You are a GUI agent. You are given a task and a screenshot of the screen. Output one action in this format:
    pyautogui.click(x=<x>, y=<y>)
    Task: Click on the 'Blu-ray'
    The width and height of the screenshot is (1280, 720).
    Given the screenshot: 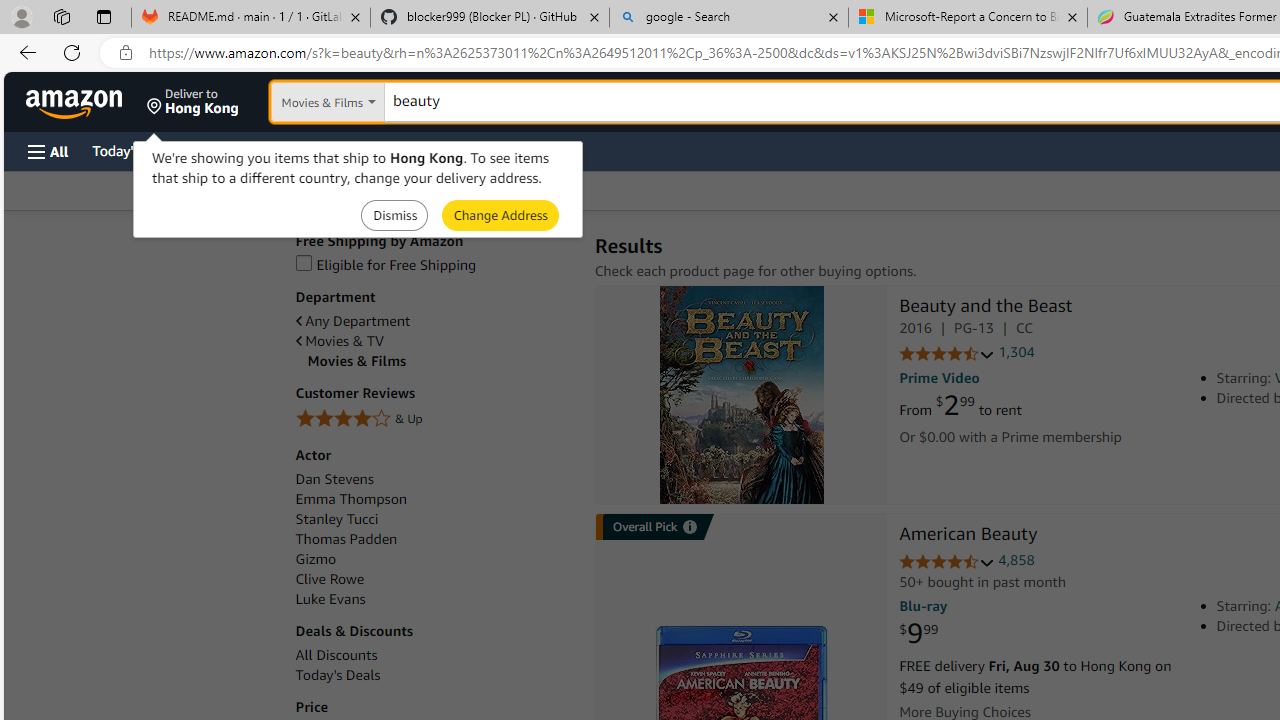 What is the action you would take?
    pyautogui.click(x=922, y=605)
    